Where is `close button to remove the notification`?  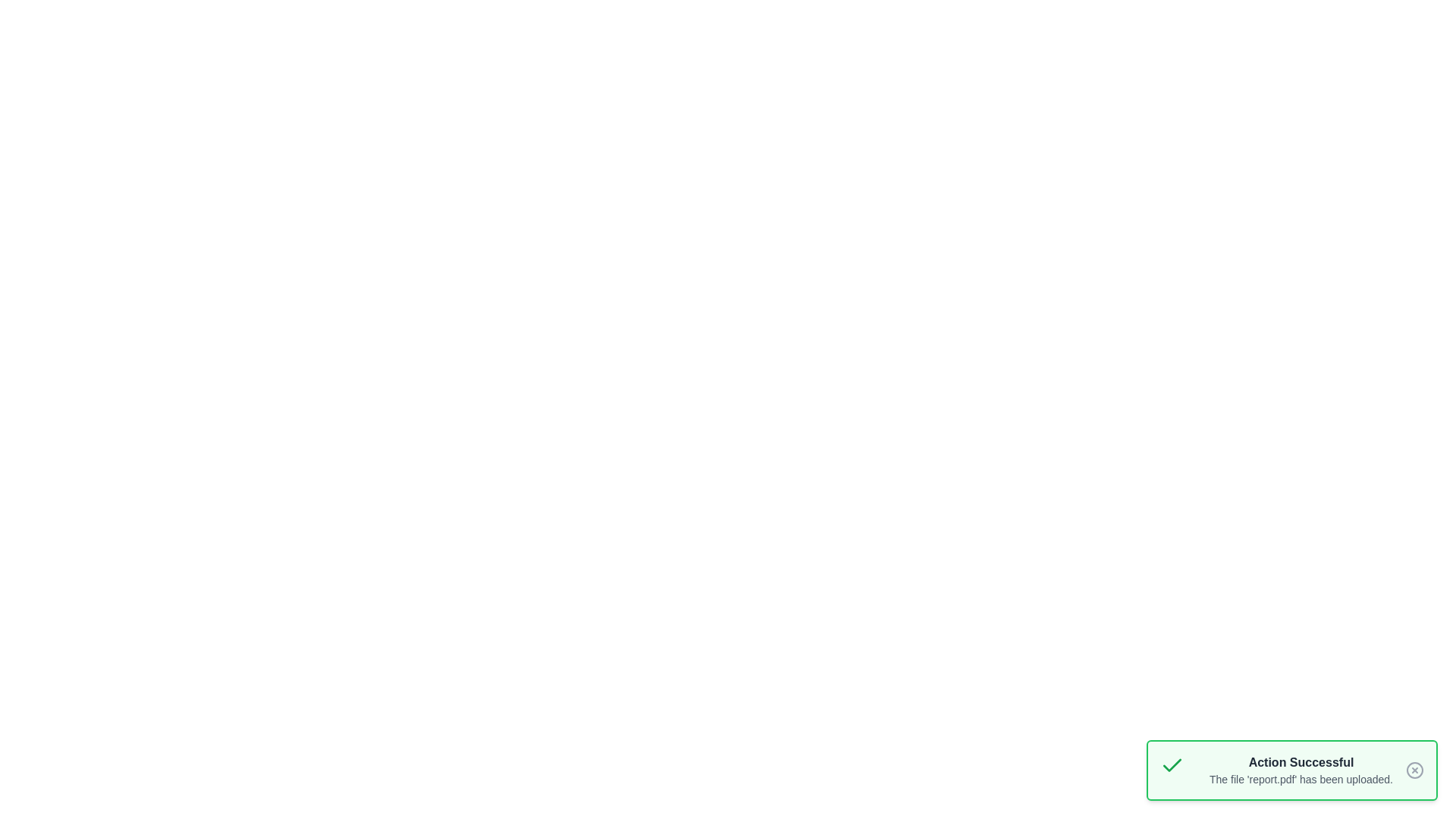
close button to remove the notification is located at coordinates (1414, 770).